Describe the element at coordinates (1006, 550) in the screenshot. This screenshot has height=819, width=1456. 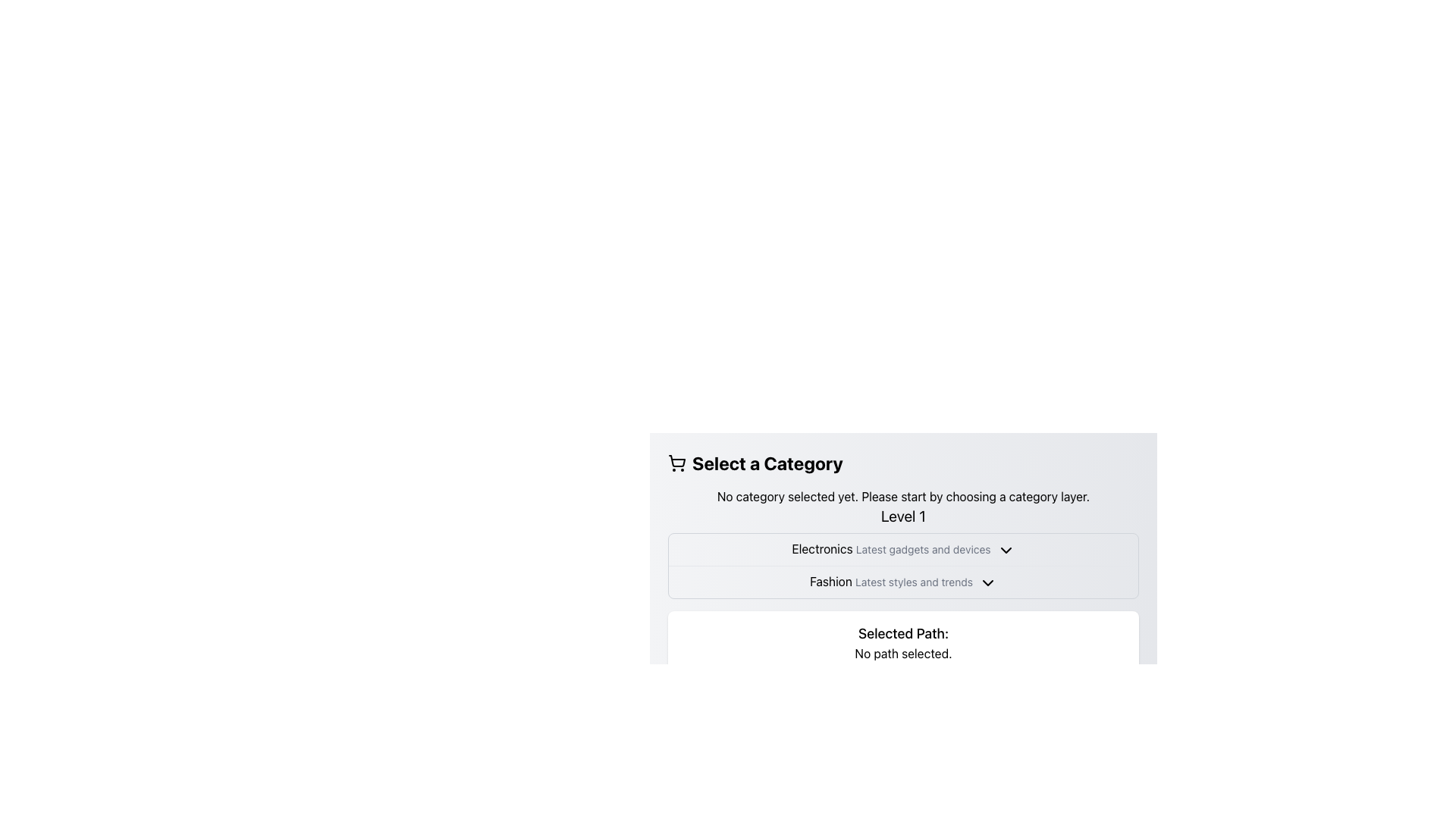
I see `the icon located to the right of the label 'Electronics' in the selector row, which indicates that the associated category can be expanded` at that location.